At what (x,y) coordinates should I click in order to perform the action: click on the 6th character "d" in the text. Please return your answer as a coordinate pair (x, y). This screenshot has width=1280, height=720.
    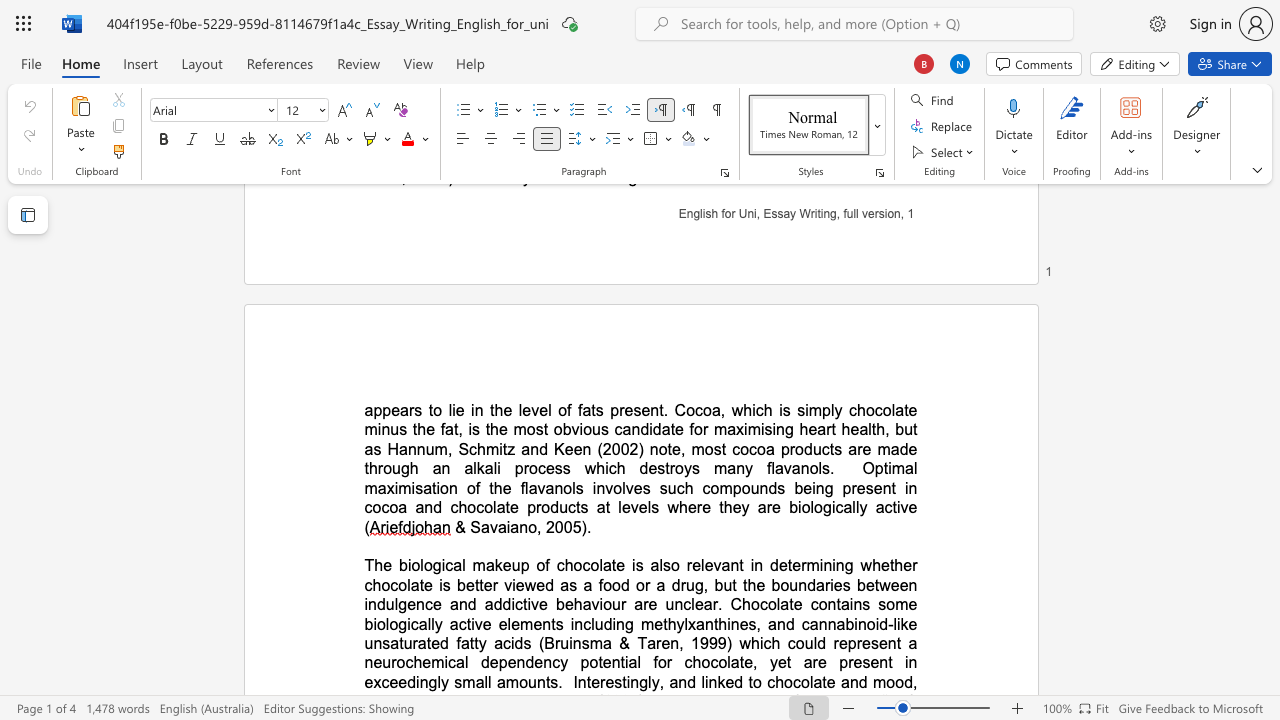
    Looking at the image, I should click on (643, 468).